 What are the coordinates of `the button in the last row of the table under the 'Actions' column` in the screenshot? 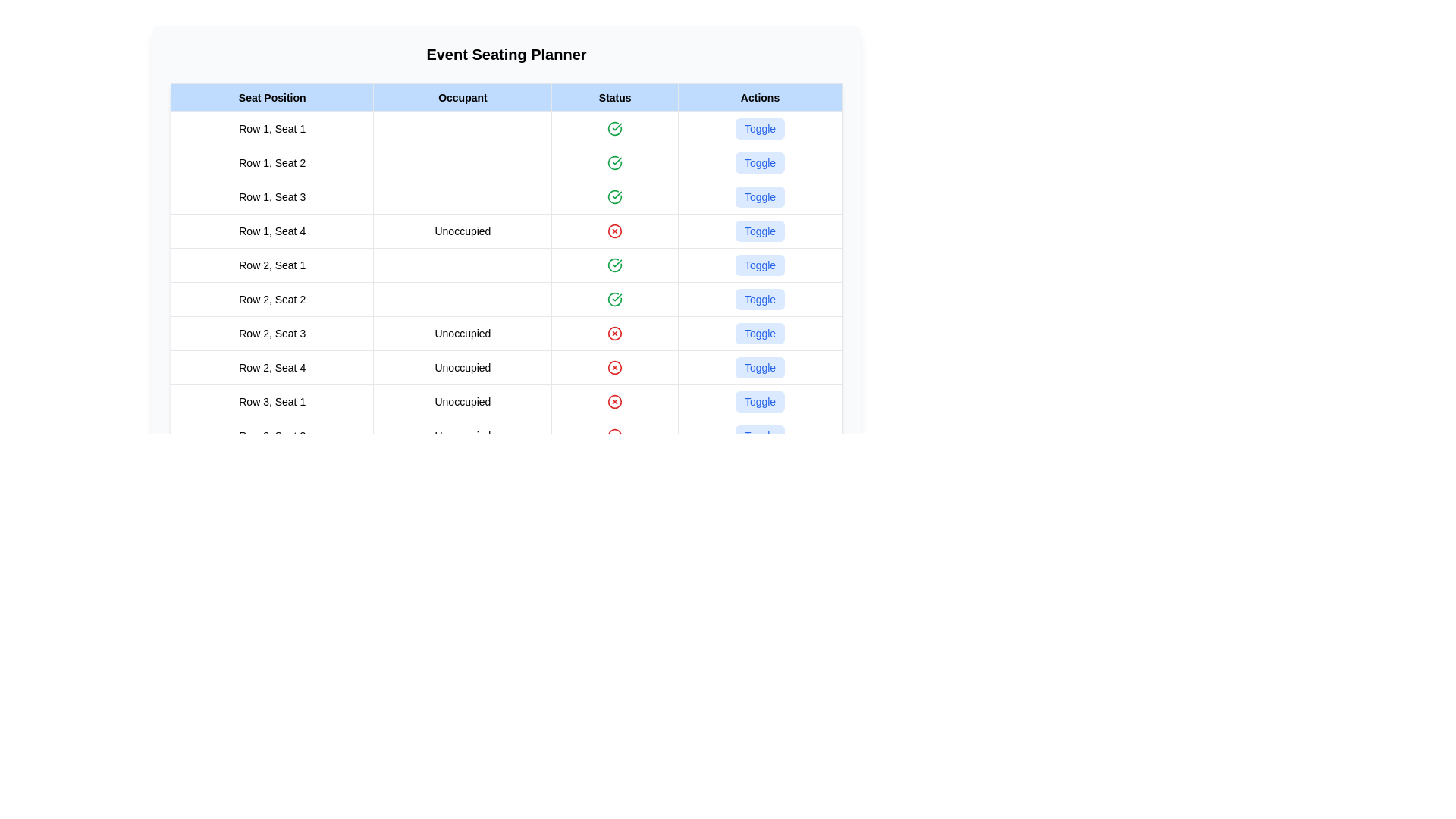 It's located at (760, 469).